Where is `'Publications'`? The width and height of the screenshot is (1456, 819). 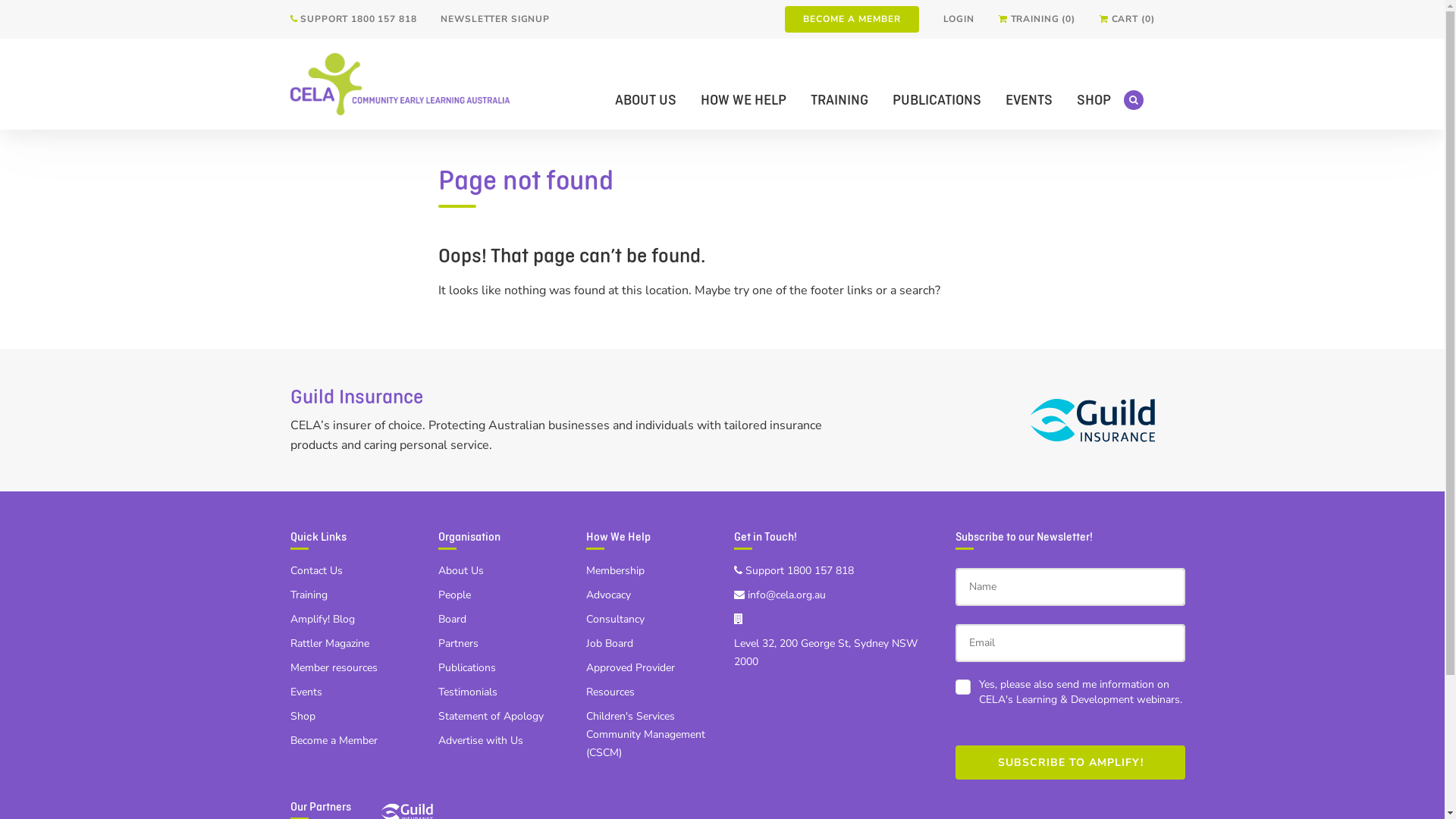 'Publications' is located at coordinates (466, 667).